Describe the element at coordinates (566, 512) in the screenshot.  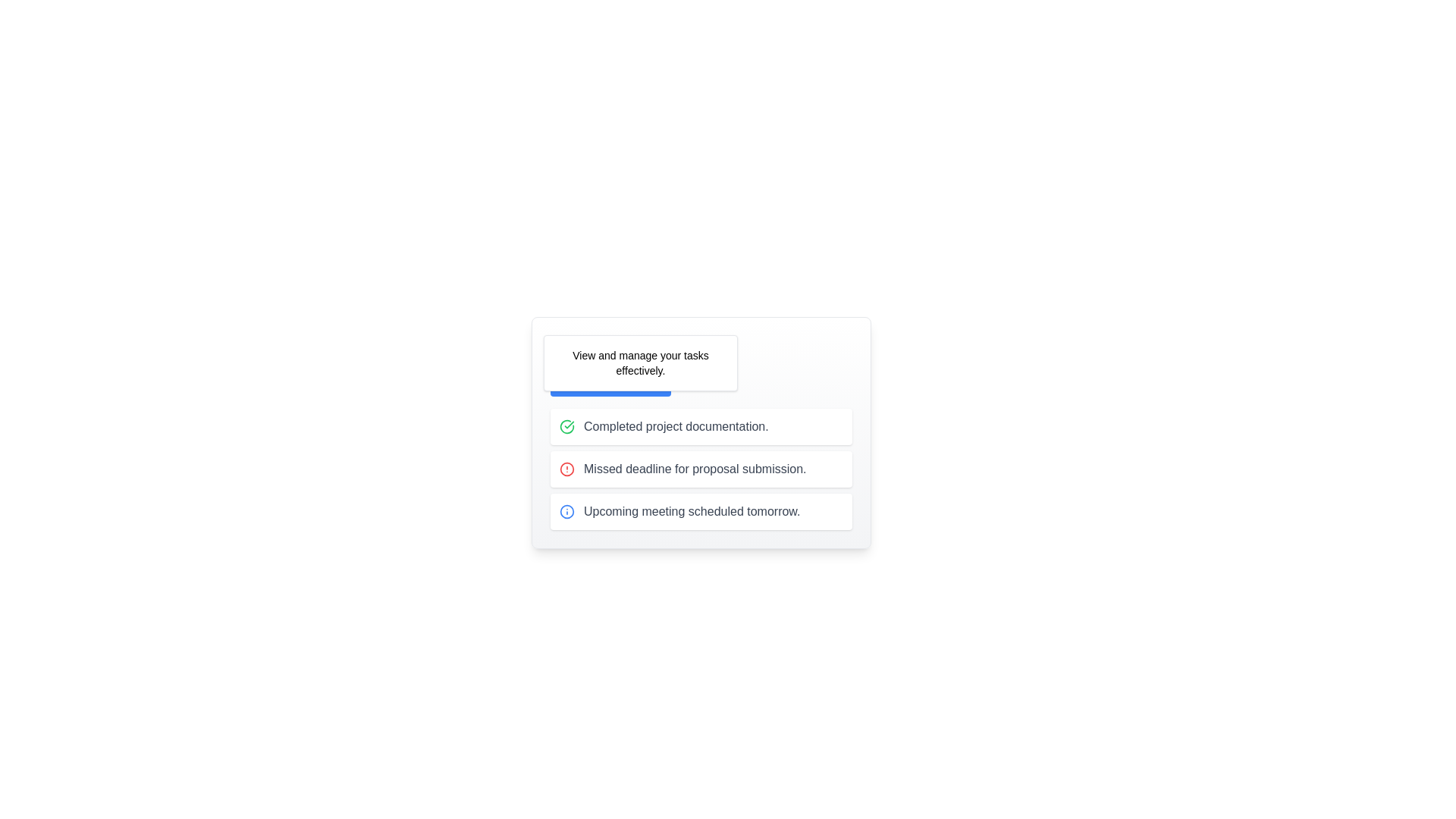
I see `the small circular icon with a blue border and a white inner circle containing a '!' symbol, located to the left of the text 'Upcoming meeting scheduled tomorrow.'` at that location.